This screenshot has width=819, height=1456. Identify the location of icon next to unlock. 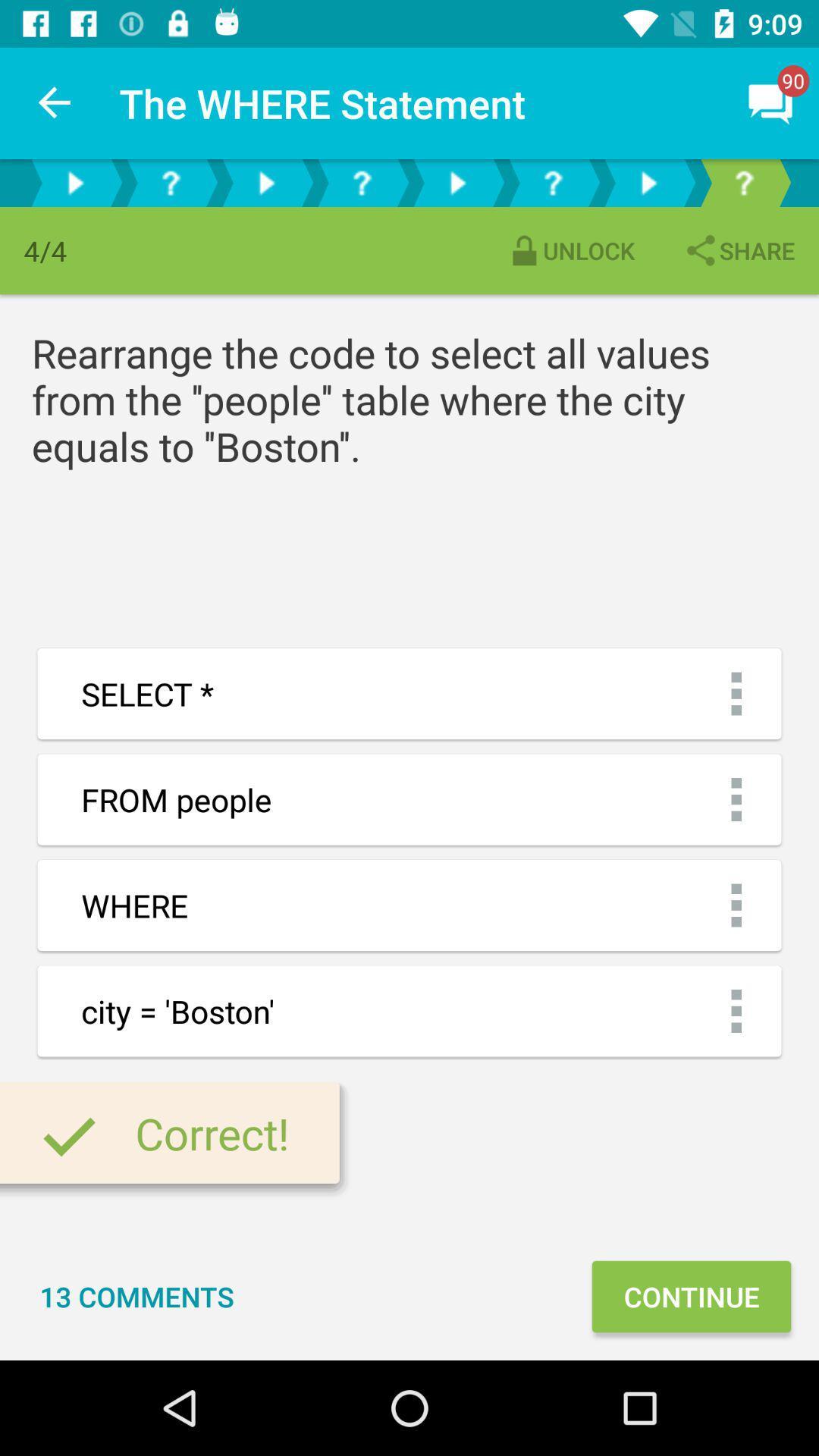
(738, 250).